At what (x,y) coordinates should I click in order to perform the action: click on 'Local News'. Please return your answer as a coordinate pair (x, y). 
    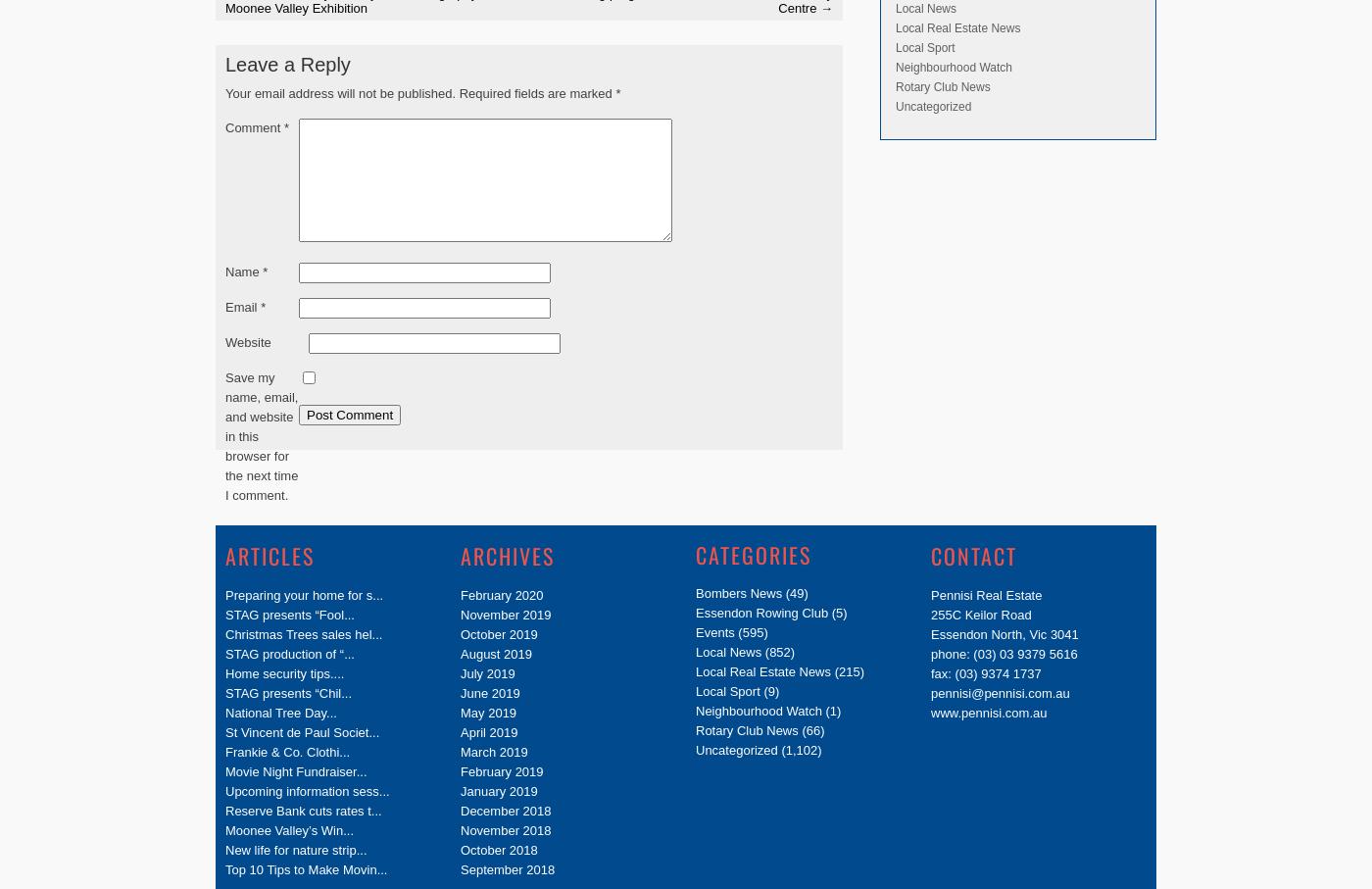
    Looking at the image, I should click on (926, 6).